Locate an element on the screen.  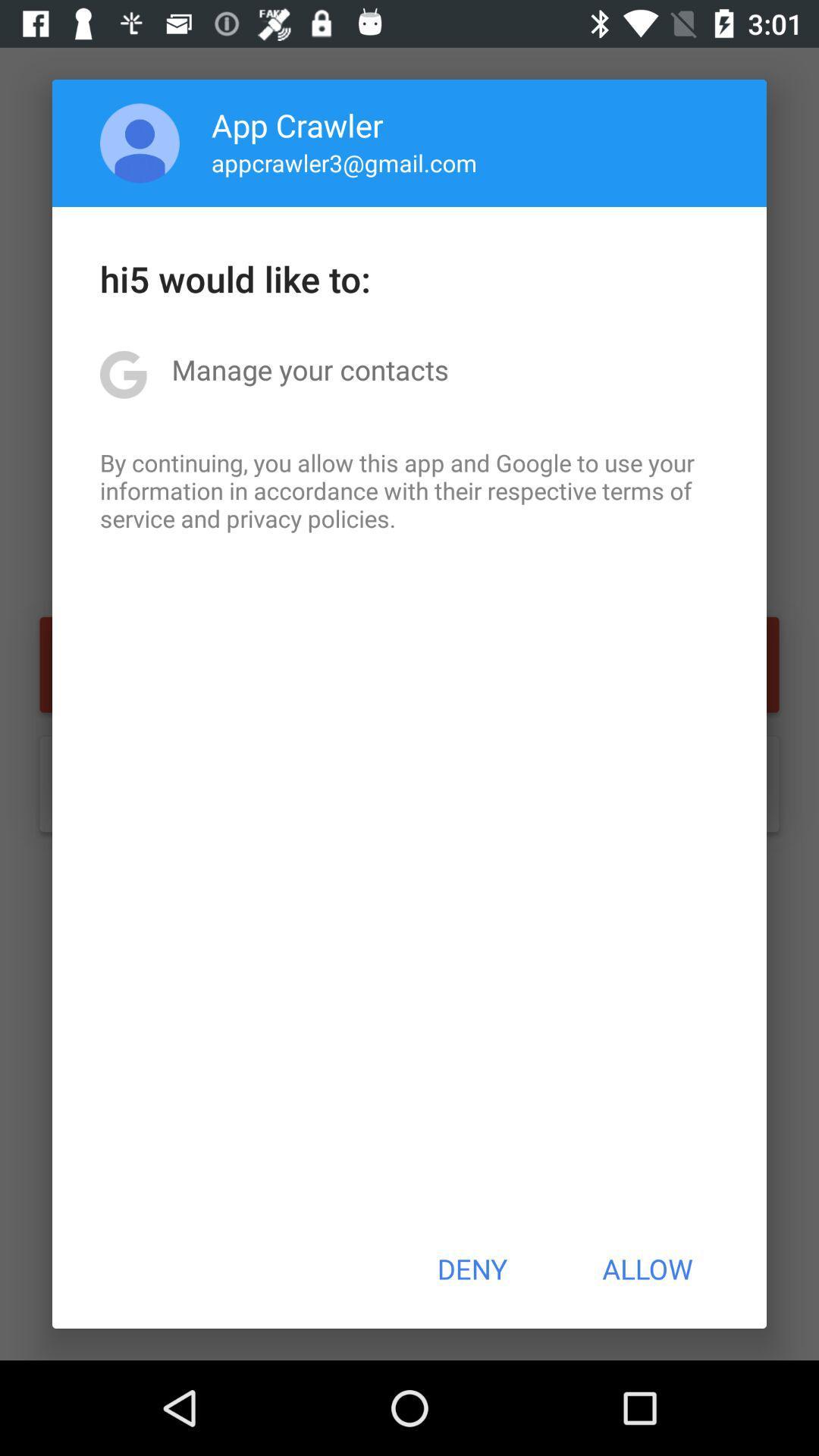
the appcrawler3@gmail.com app is located at coordinates (344, 162).